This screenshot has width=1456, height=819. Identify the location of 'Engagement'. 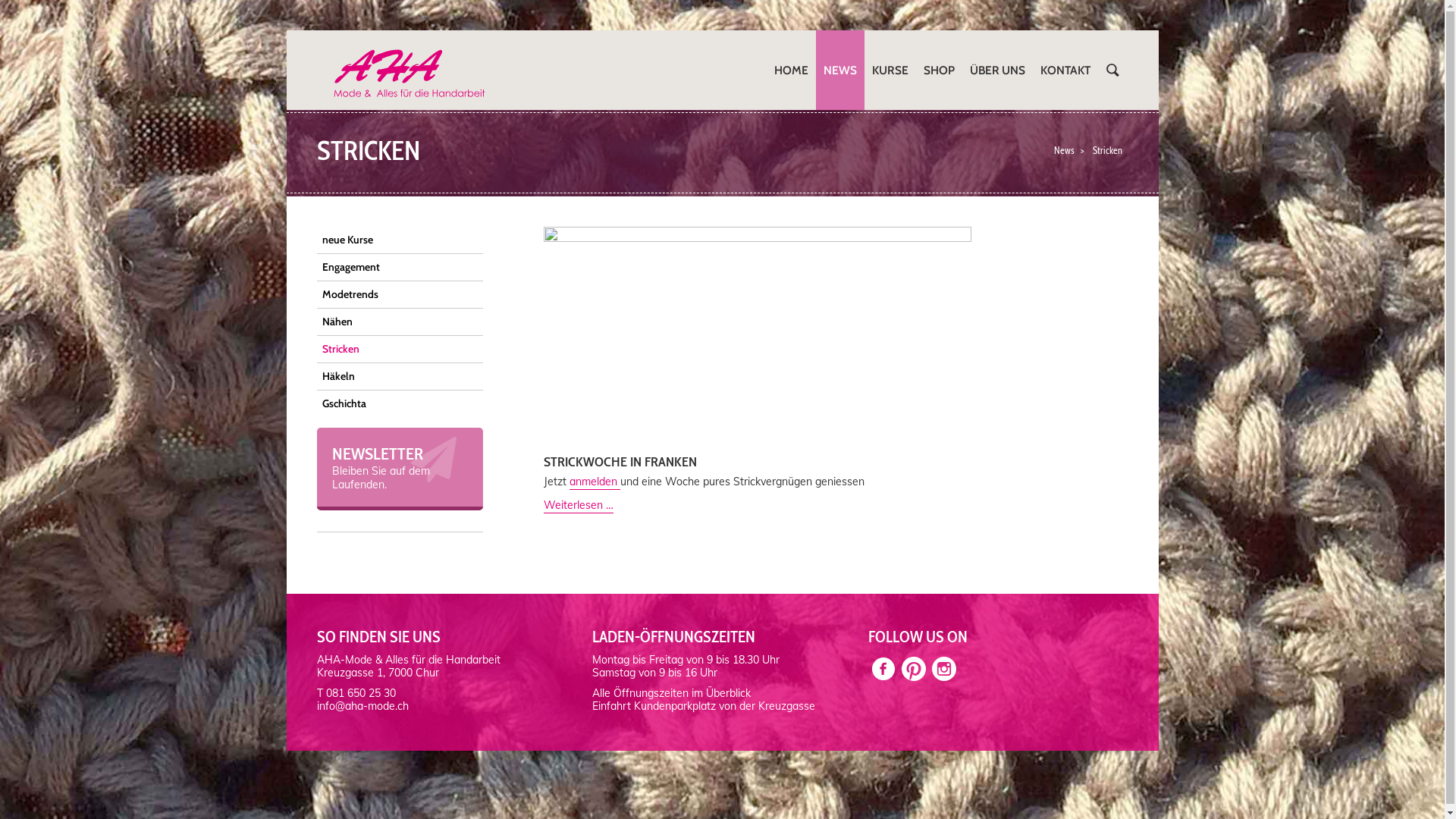
(400, 267).